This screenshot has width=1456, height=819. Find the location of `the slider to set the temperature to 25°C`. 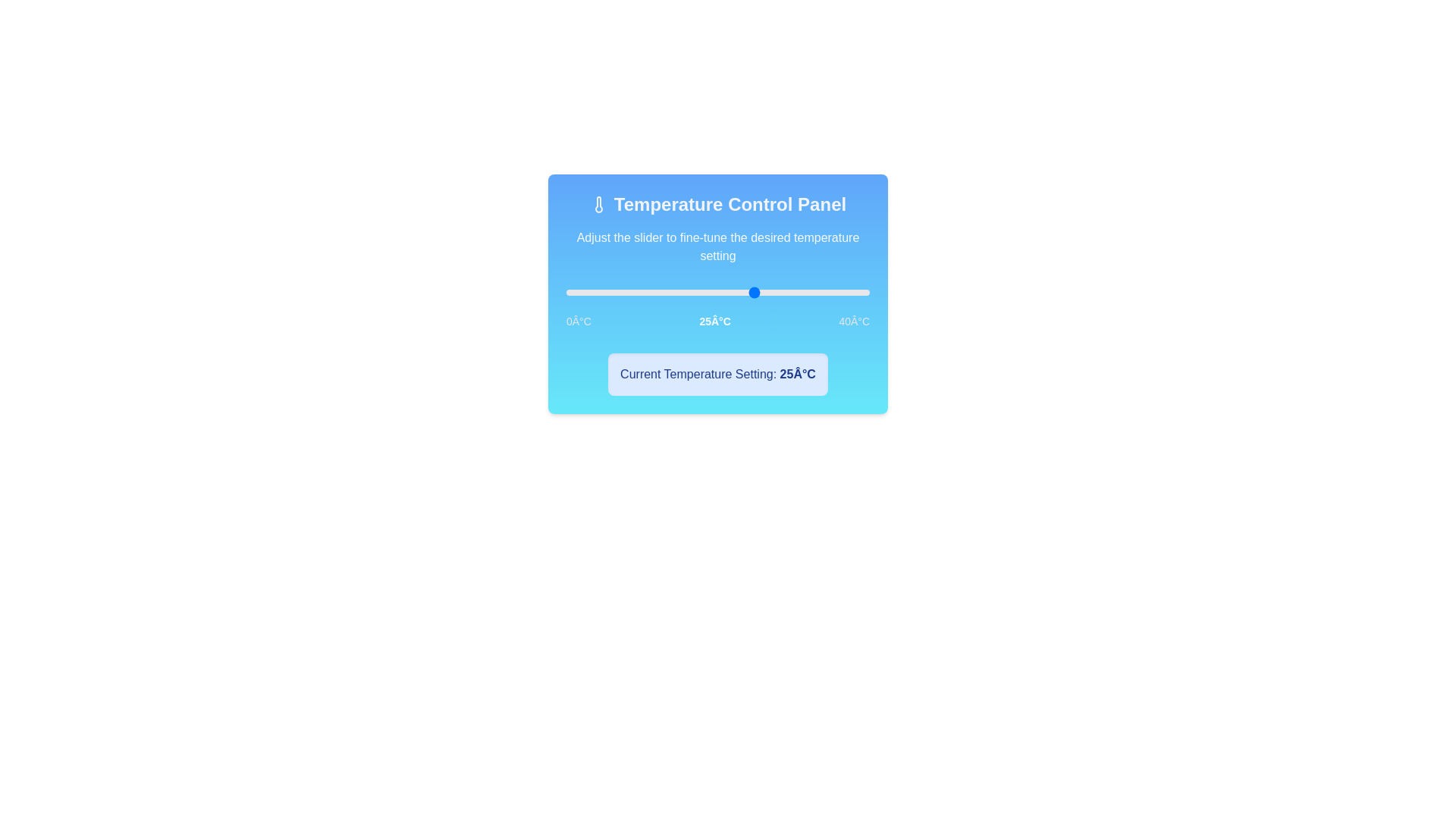

the slider to set the temperature to 25°C is located at coordinates (756, 292).